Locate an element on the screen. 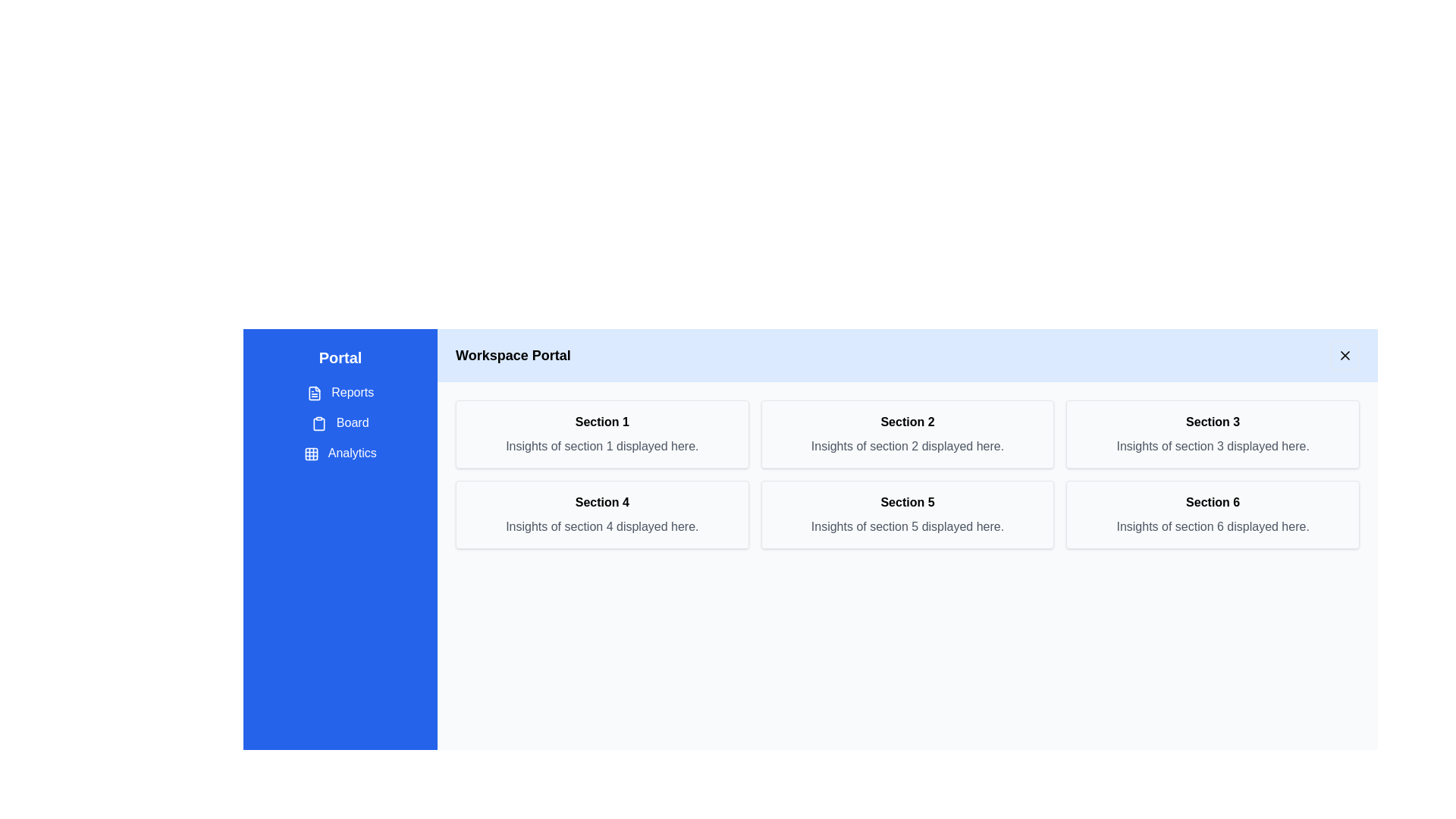 The image size is (1456, 819). the small square-shaped button with an 'X' icon in the top-right corner of the 'Workspace Portal' header is located at coordinates (1345, 356).